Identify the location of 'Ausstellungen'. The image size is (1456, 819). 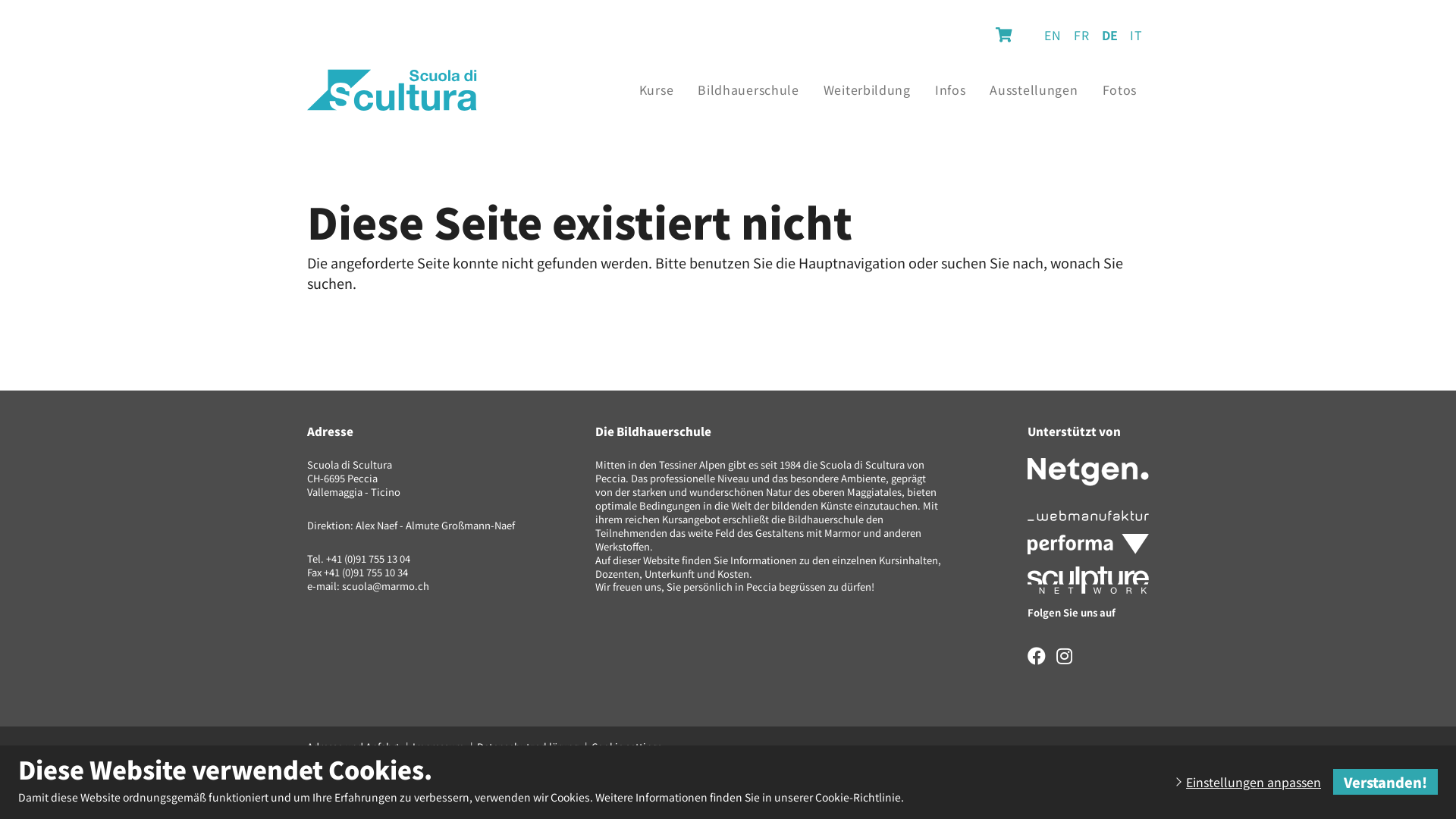
(977, 89).